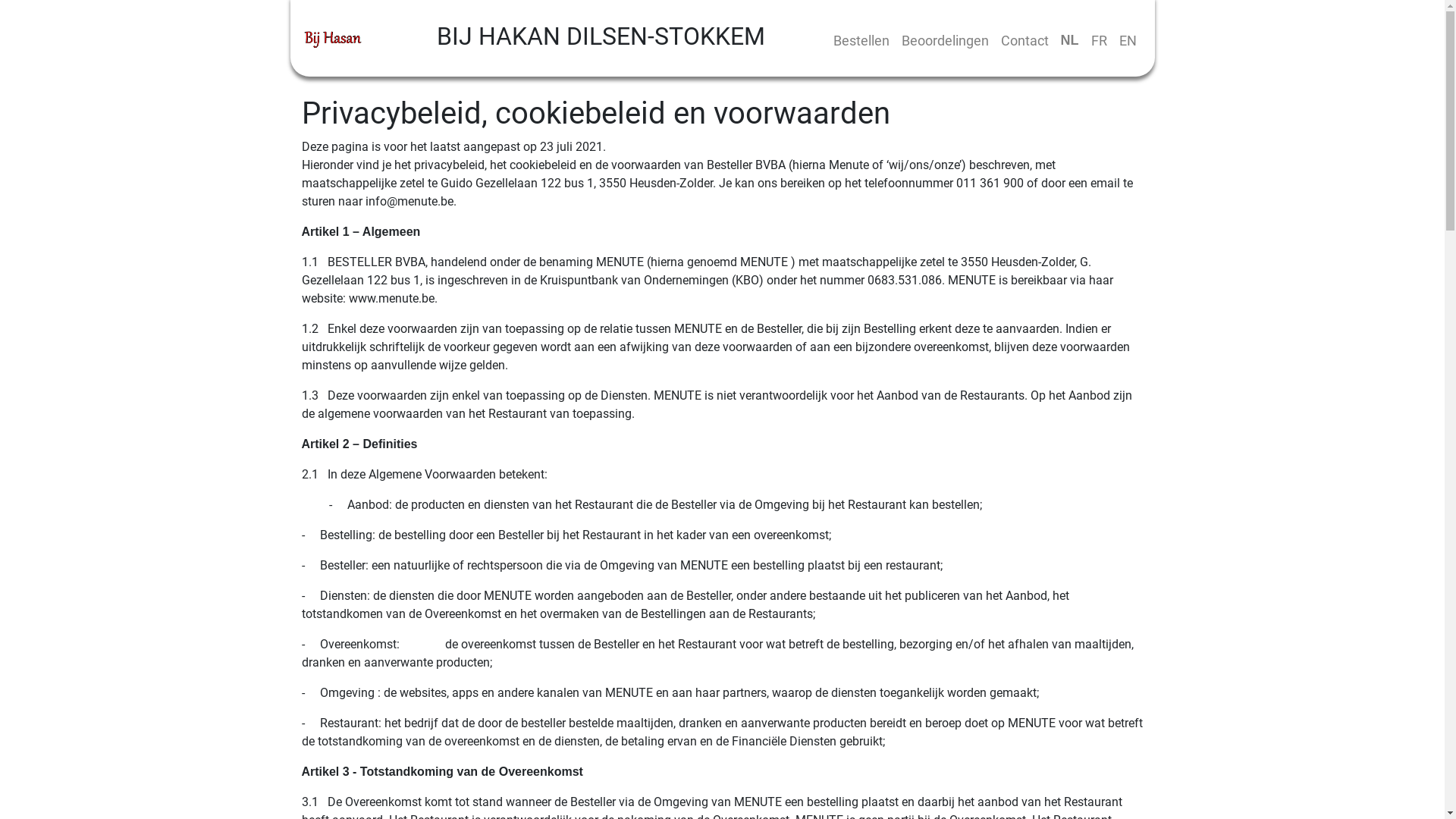 This screenshot has height=819, width=1456. Describe the element at coordinates (1098, 39) in the screenshot. I see `'FR'` at that location.